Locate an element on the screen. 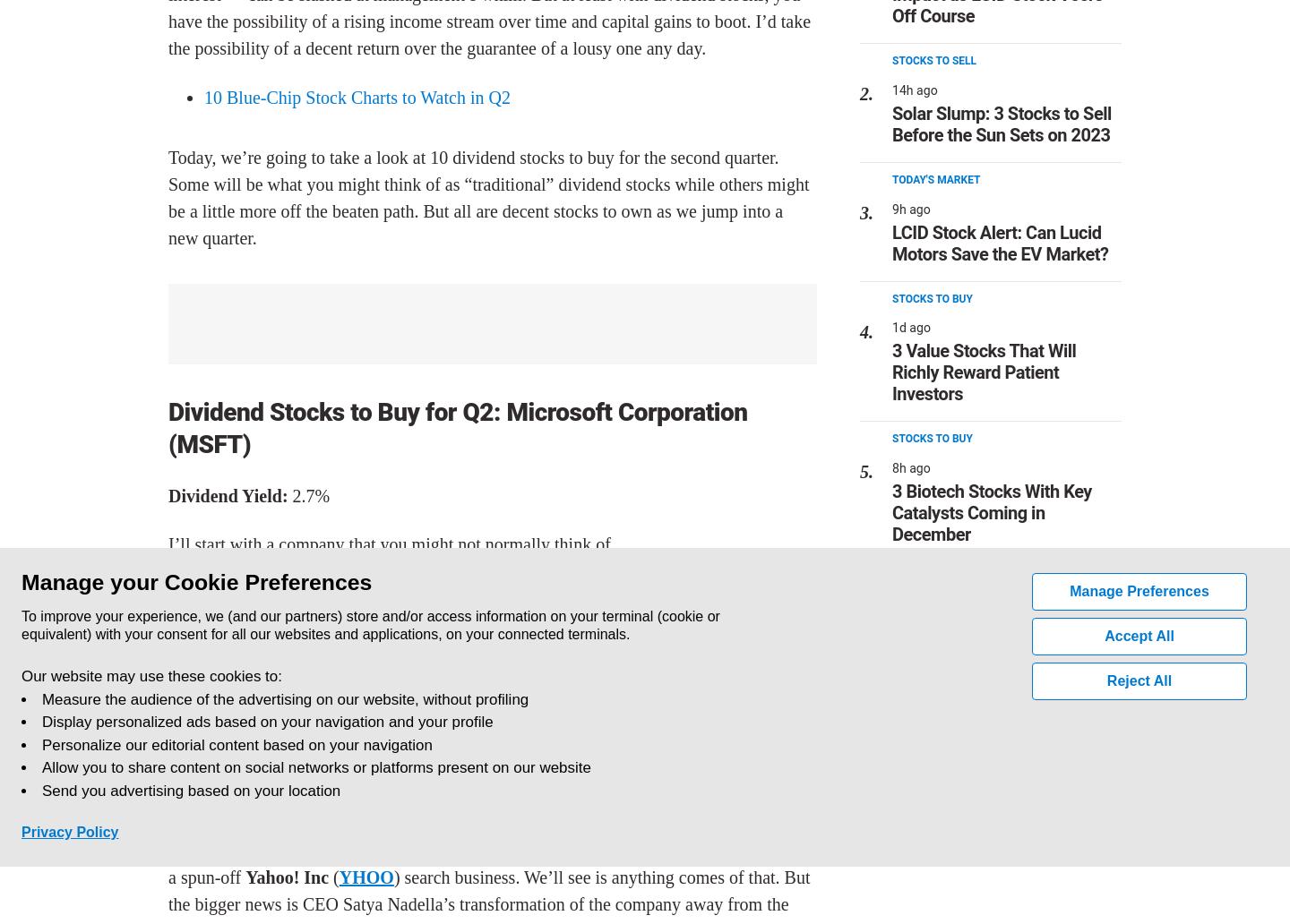  '3 Value Stocks That Will Richly Reward Patient Investors' is located at coordinates (983, 371).